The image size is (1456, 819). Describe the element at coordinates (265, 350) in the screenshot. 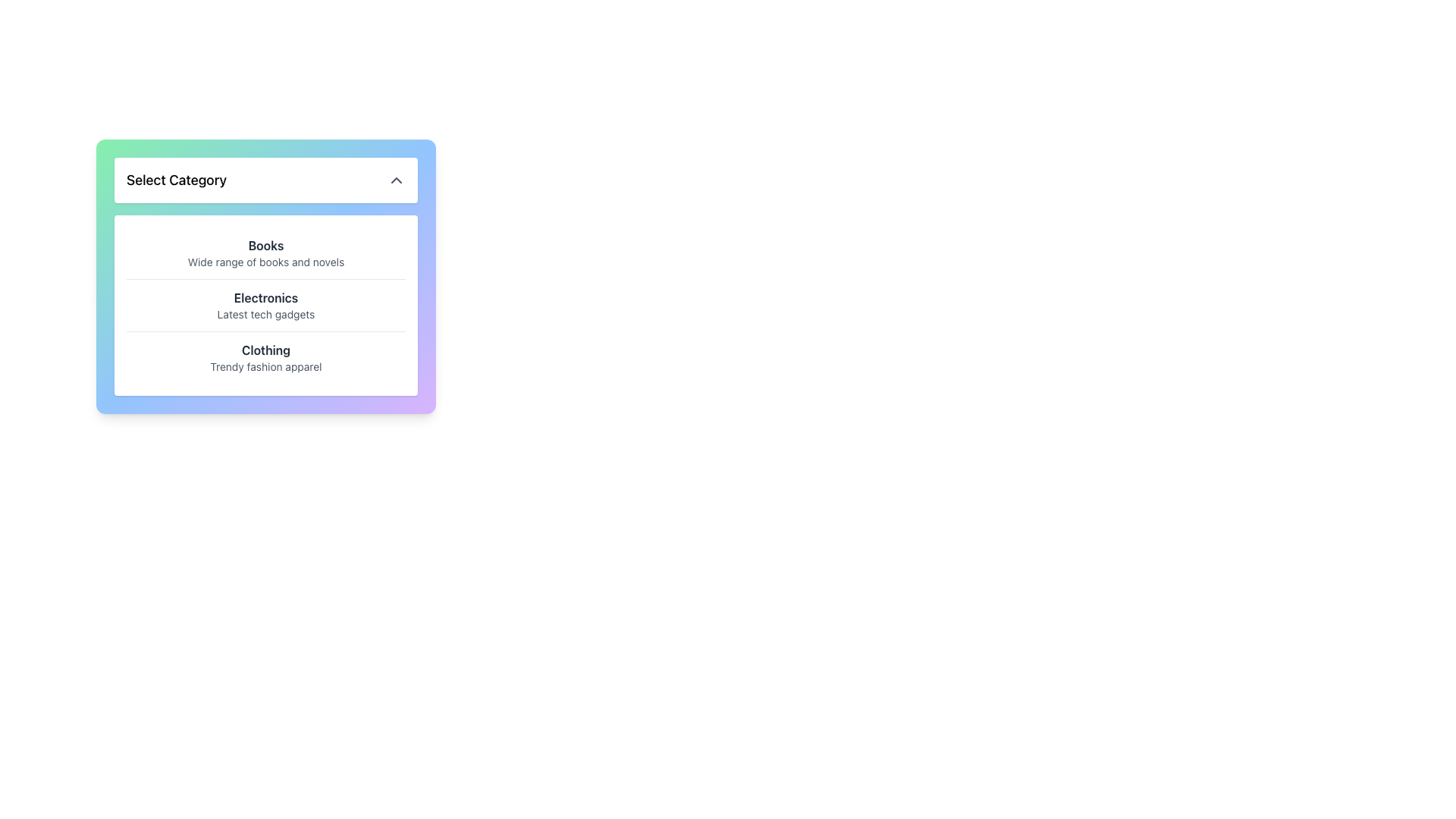

I see `header label for the 'Clothing' category in the dropdown menu, which is the first line of text in a two-line description` at that location.